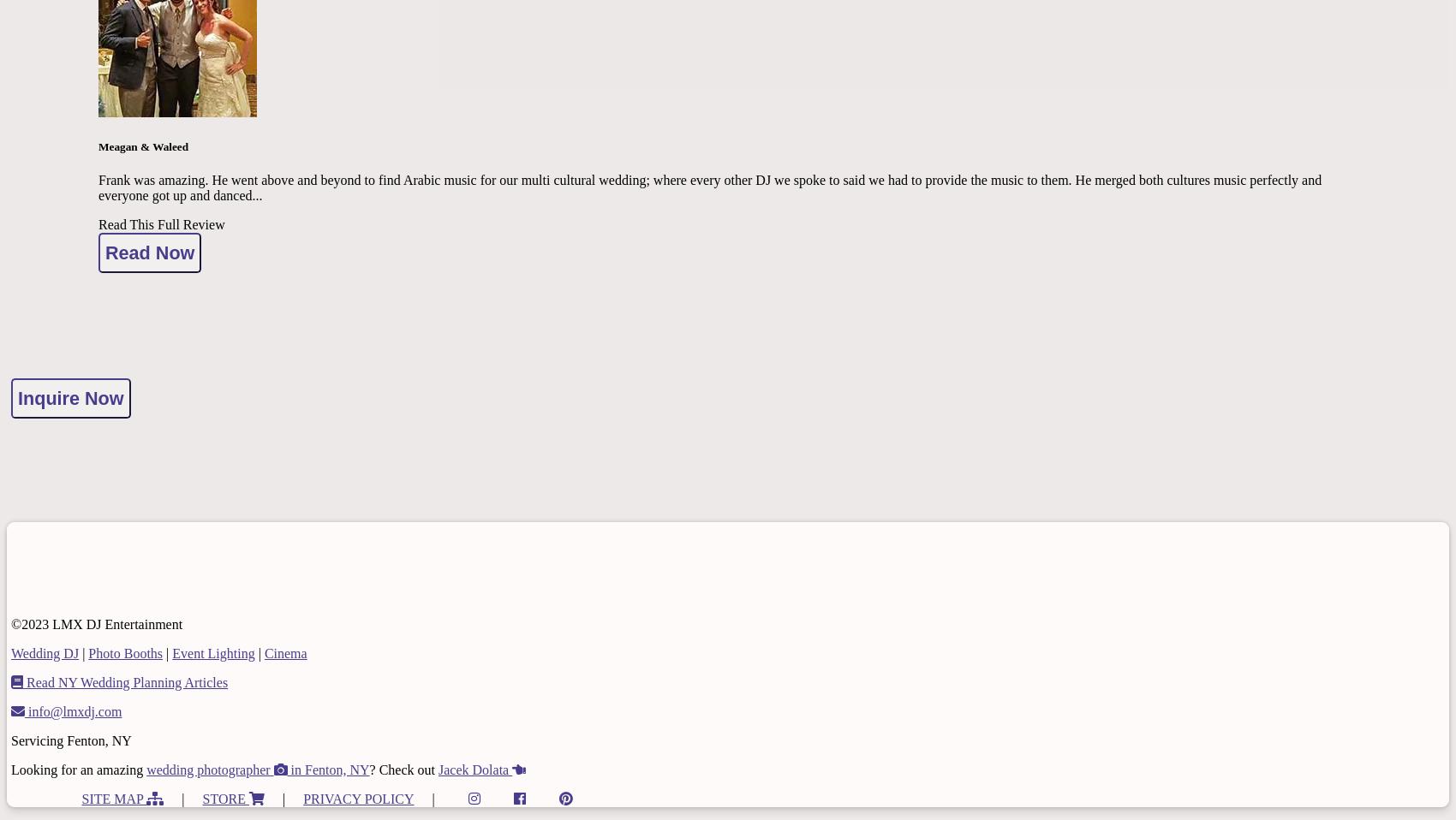 The image size is (1456, 820). I want to click on 'Event Lighting', so click(213, 652).